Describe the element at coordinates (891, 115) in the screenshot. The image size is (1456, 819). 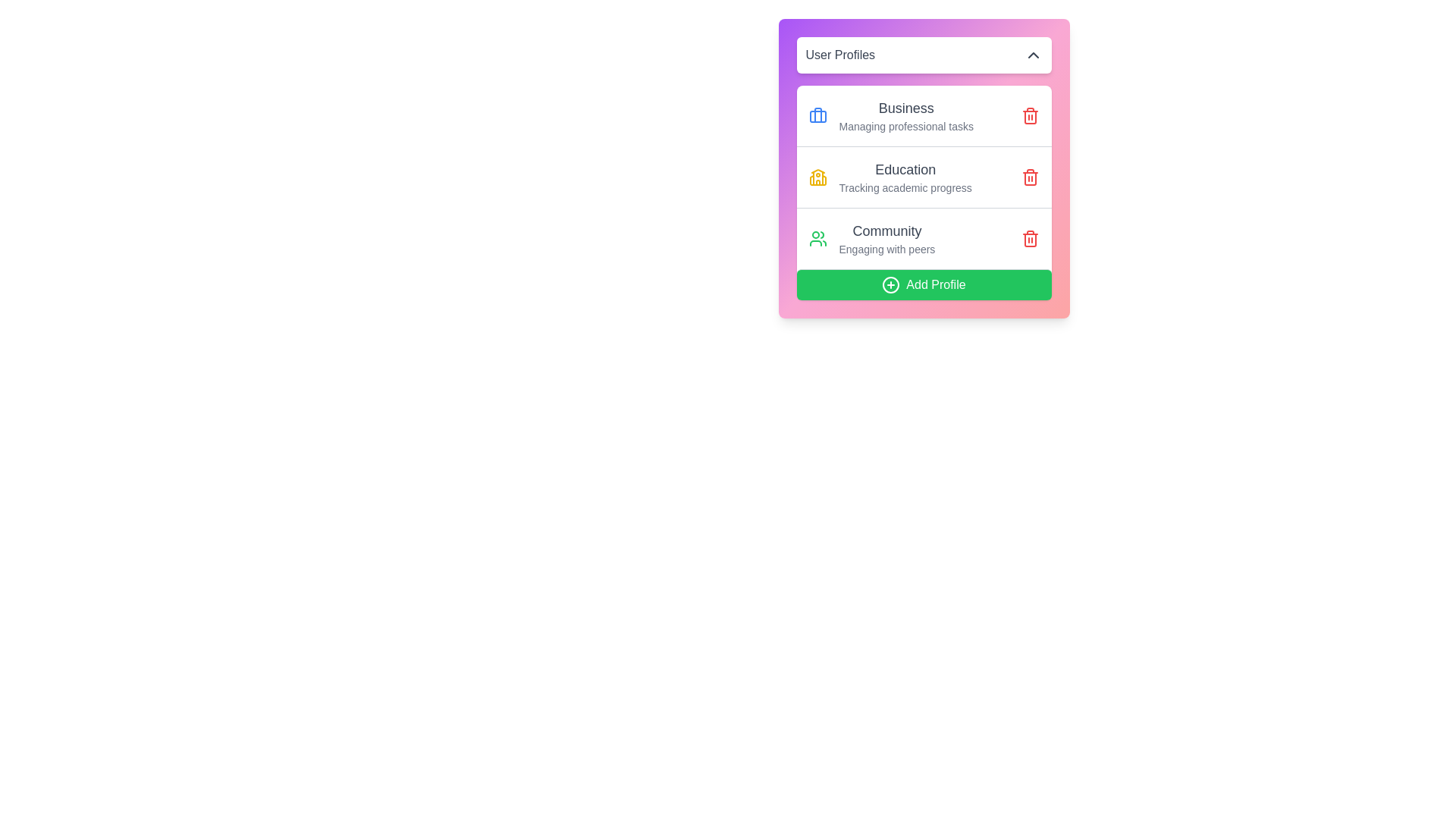
I see `the topmost business profile list item` at that location.